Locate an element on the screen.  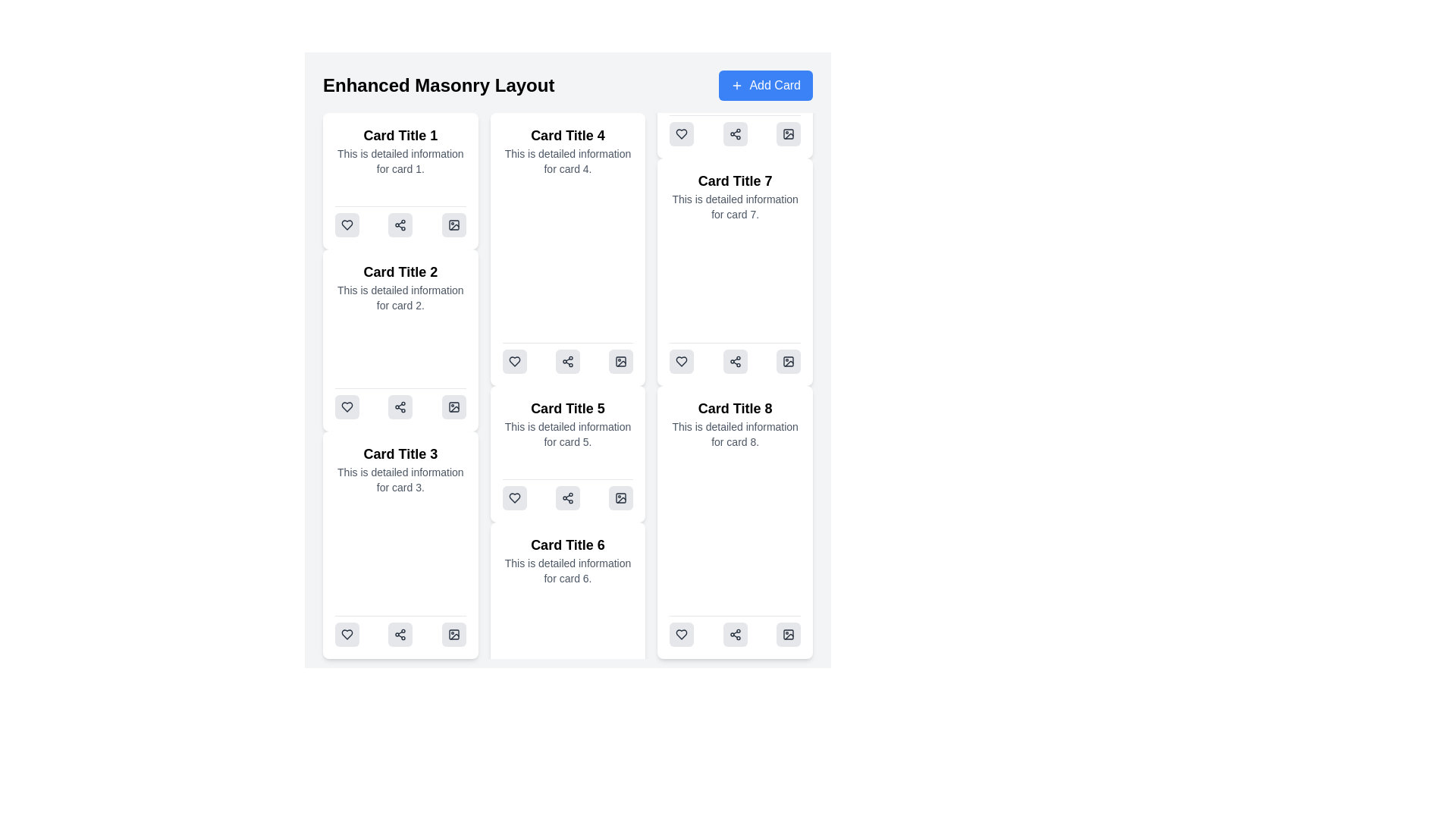
the small, rectangular shape with rounded corners located within the SVG icon in the bottom-right corner of the card labeled 'Card Title 8' is located at coordinates (789, 362).